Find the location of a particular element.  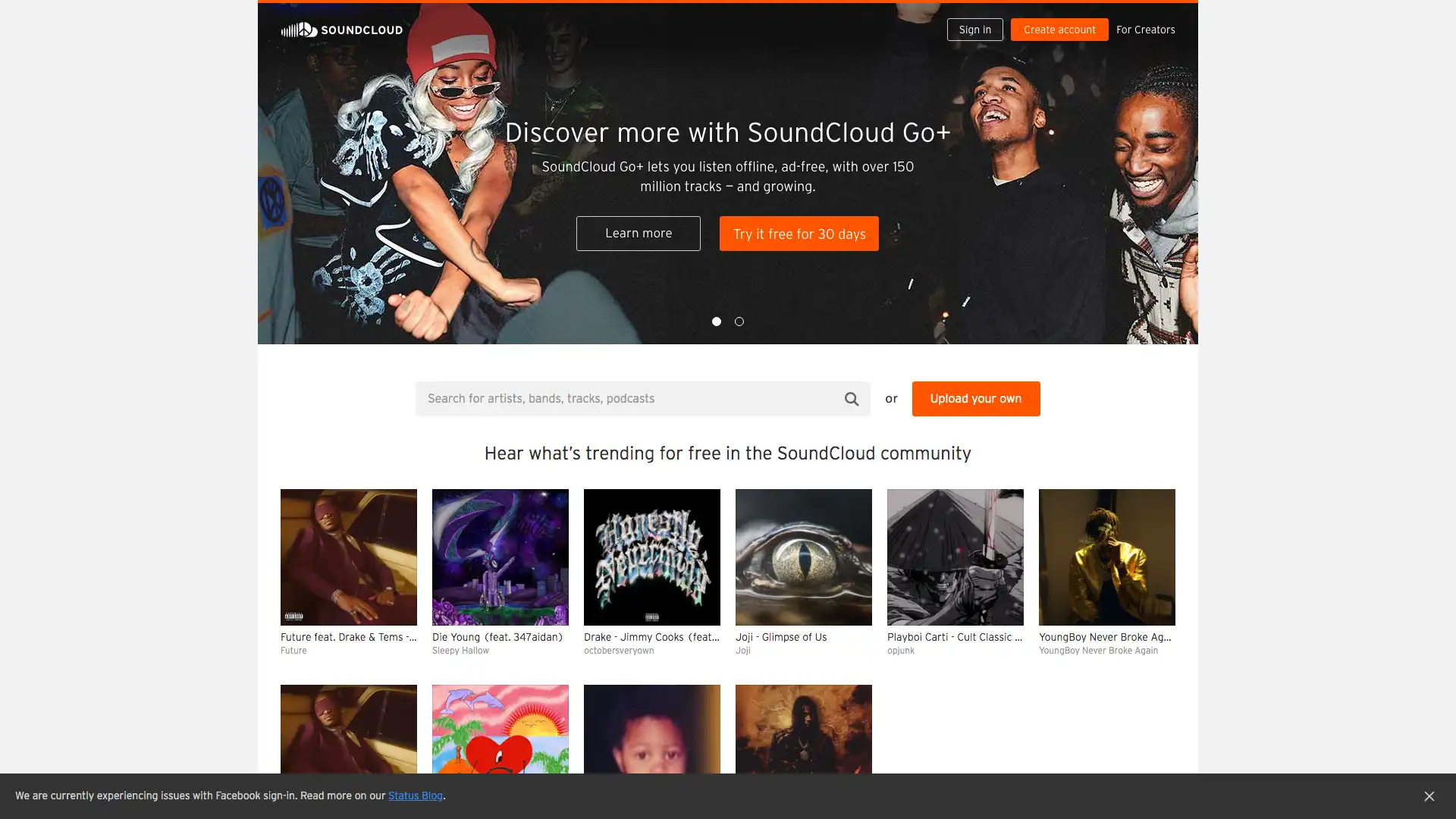

Create a SoundCloud account is located at coordinates (1061, 17).